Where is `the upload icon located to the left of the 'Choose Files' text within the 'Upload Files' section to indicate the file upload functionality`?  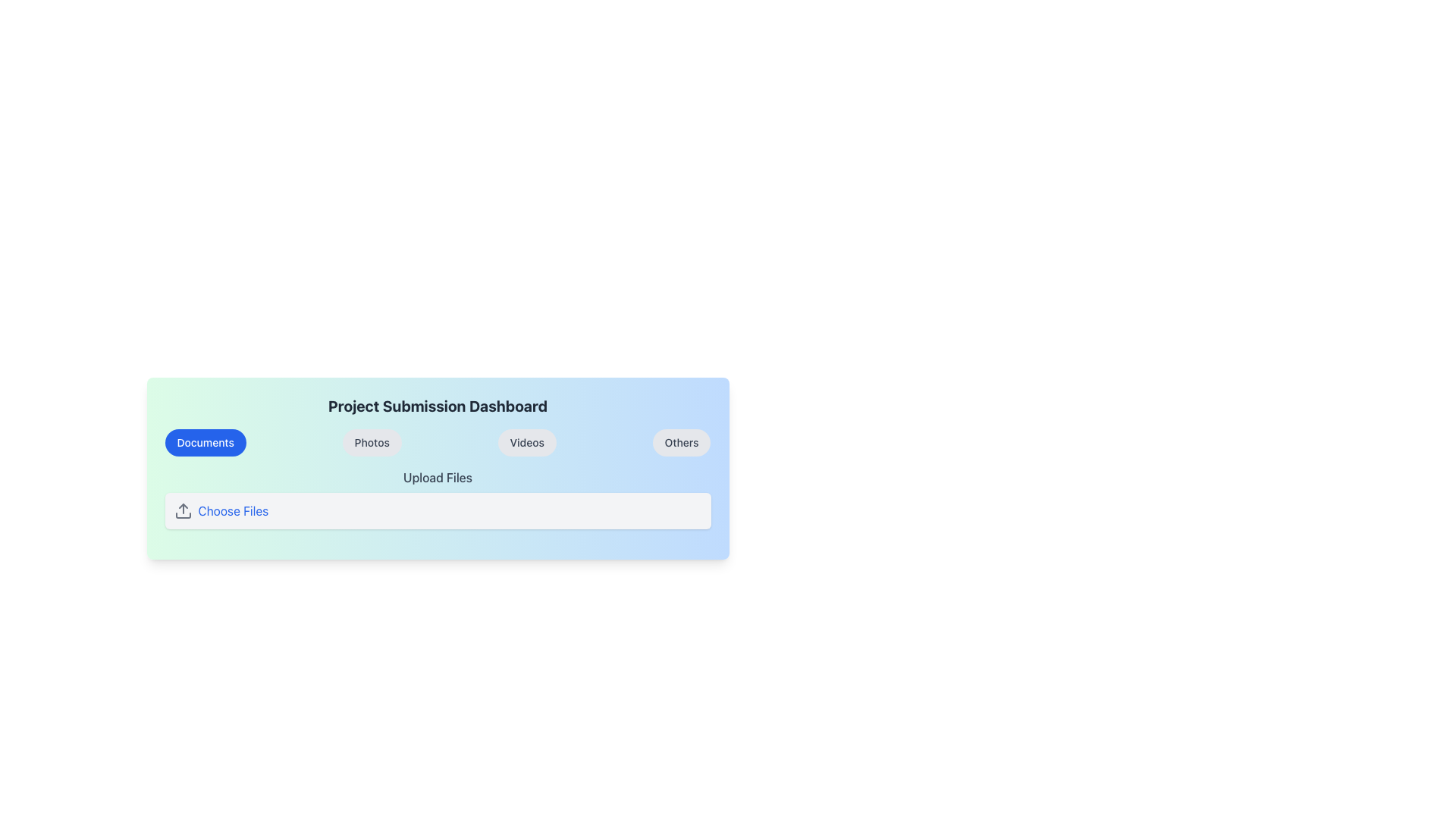 the upload icon located to the left of the 'Choose Files' text within the 'Upload Files' section to indicate the file upload functionality is located at coordinates (182, 511).